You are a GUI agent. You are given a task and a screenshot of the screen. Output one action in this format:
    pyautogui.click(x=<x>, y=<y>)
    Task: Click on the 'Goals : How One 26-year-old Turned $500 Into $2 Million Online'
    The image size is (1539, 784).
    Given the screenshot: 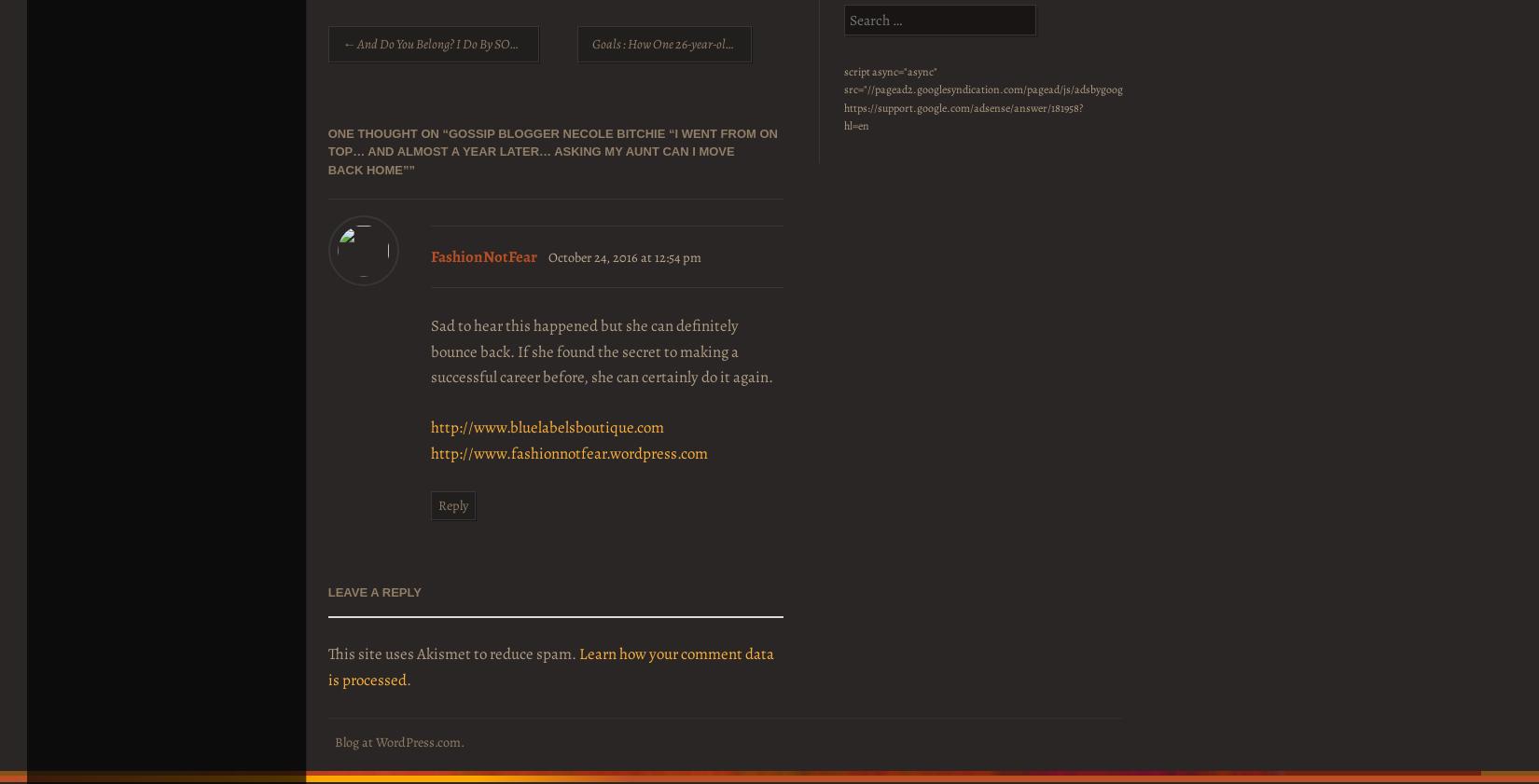 What is the action you would take?
    pyautogui.click(x=749, y=43)
    